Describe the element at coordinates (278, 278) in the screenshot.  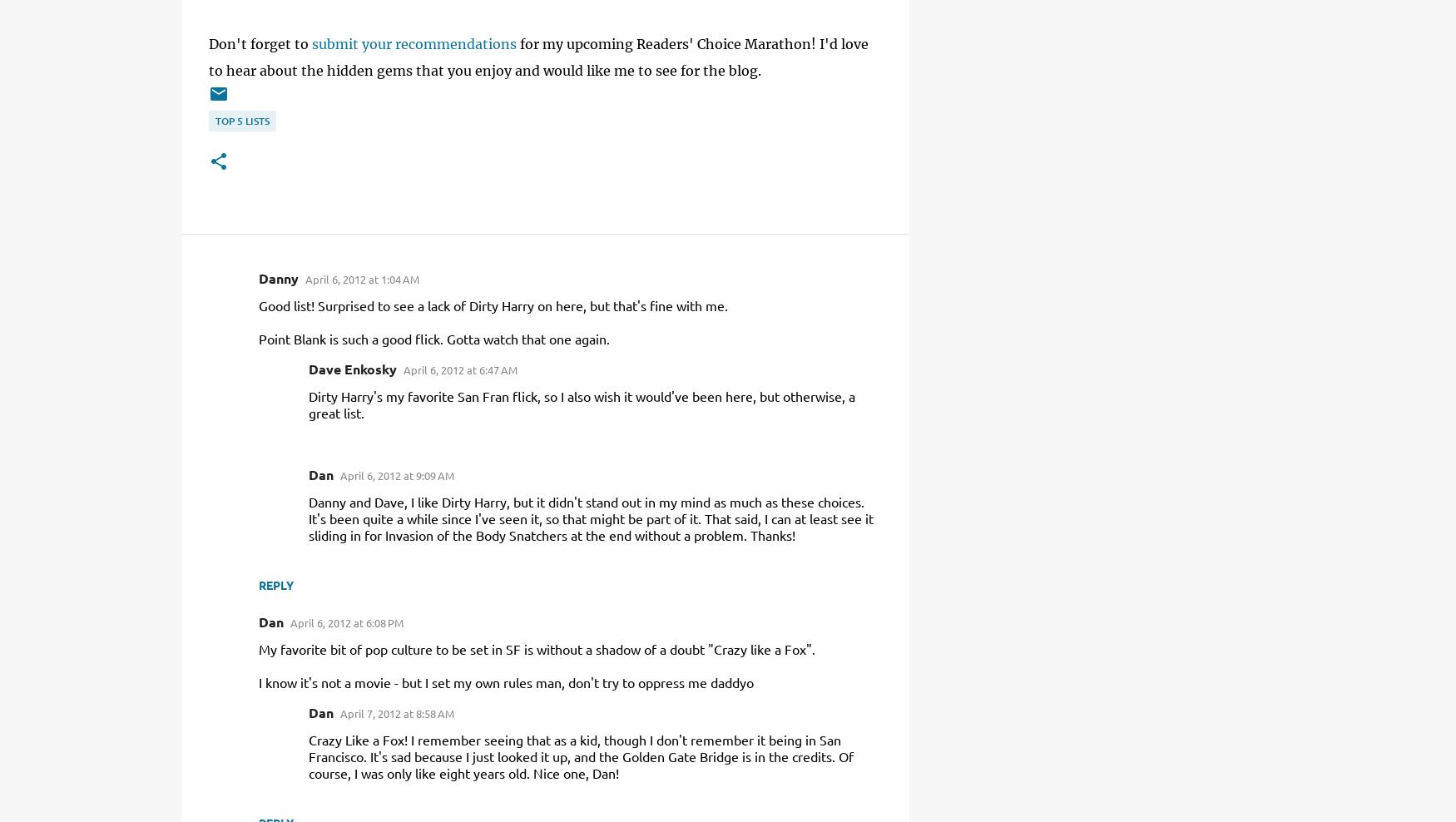
I see `'Danny'` at that location.